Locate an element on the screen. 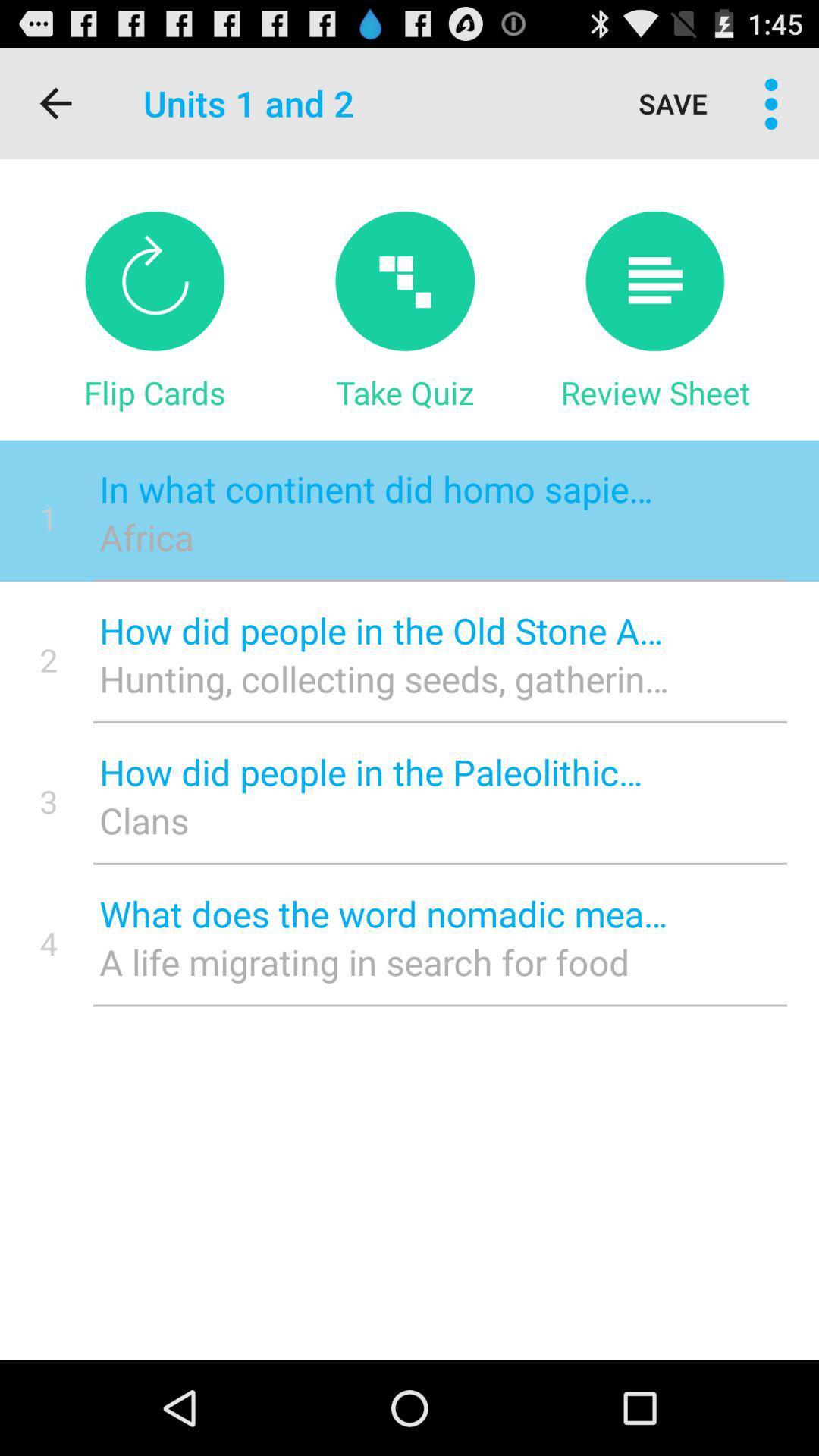  the flip cards item is located at coordinates (155, 392).